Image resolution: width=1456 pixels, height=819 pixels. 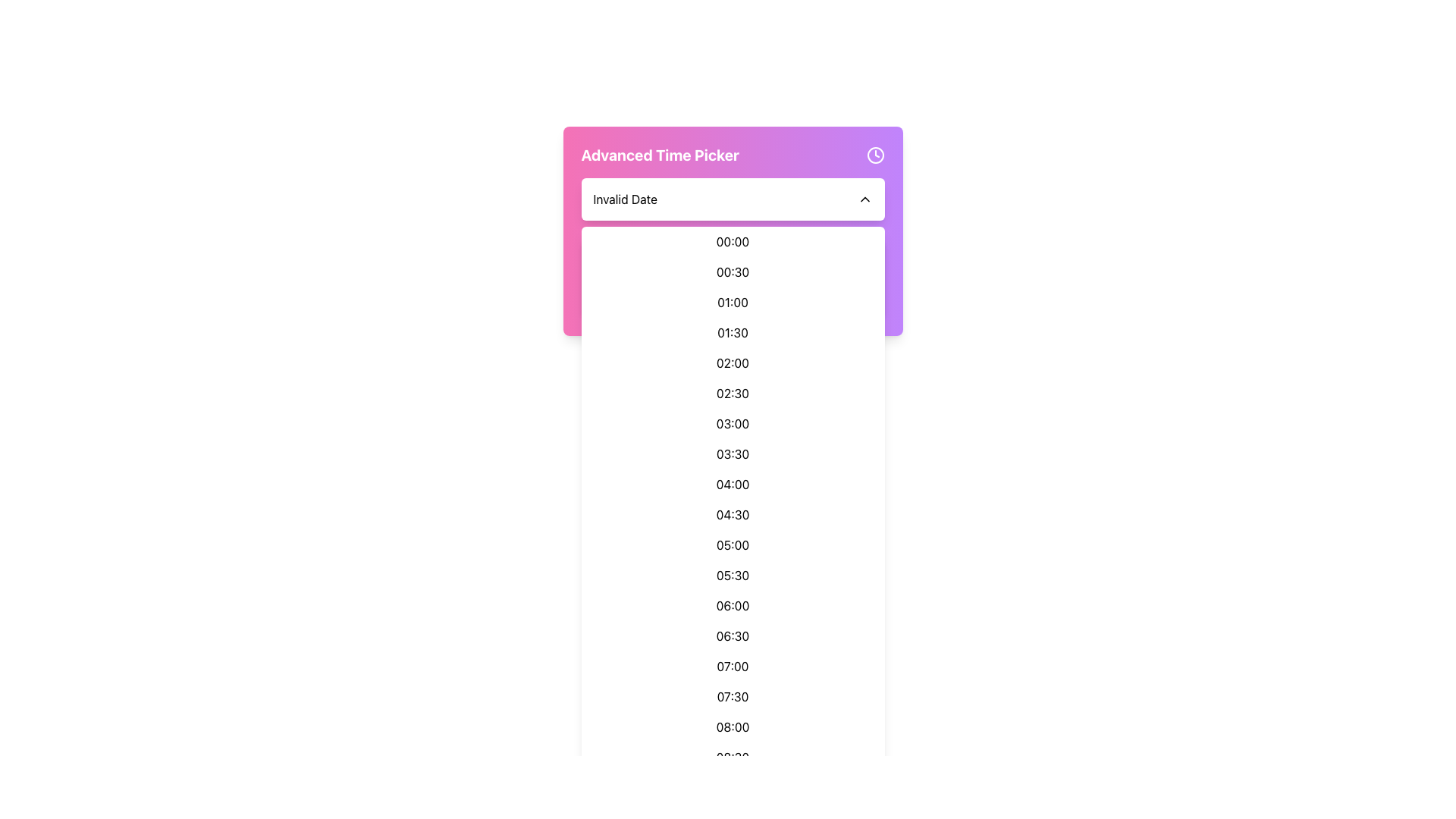 I want to click on the list item displaying '06:00', so click(x=733, y=604).